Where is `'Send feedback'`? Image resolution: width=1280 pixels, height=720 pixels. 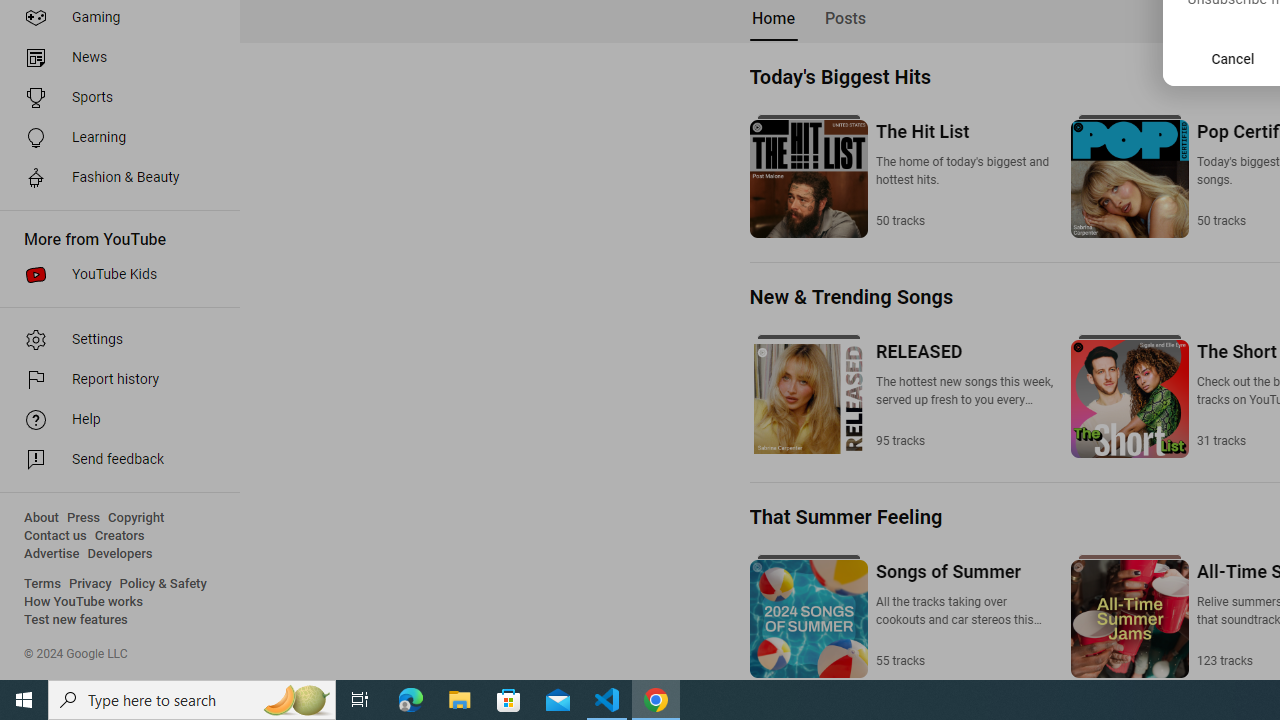
'Send feedback' is located at coordinates (112, 460).